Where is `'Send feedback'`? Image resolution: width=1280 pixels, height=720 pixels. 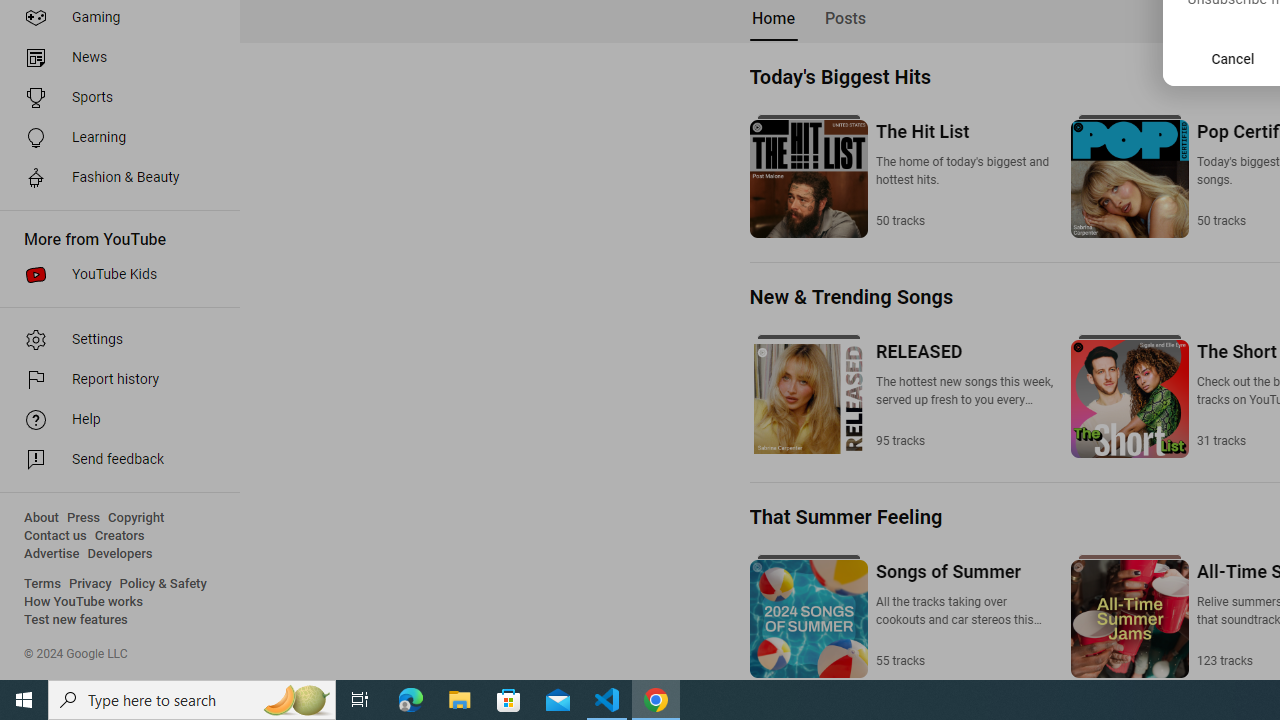
'Send feedback' is located at coordinates (112, 460).